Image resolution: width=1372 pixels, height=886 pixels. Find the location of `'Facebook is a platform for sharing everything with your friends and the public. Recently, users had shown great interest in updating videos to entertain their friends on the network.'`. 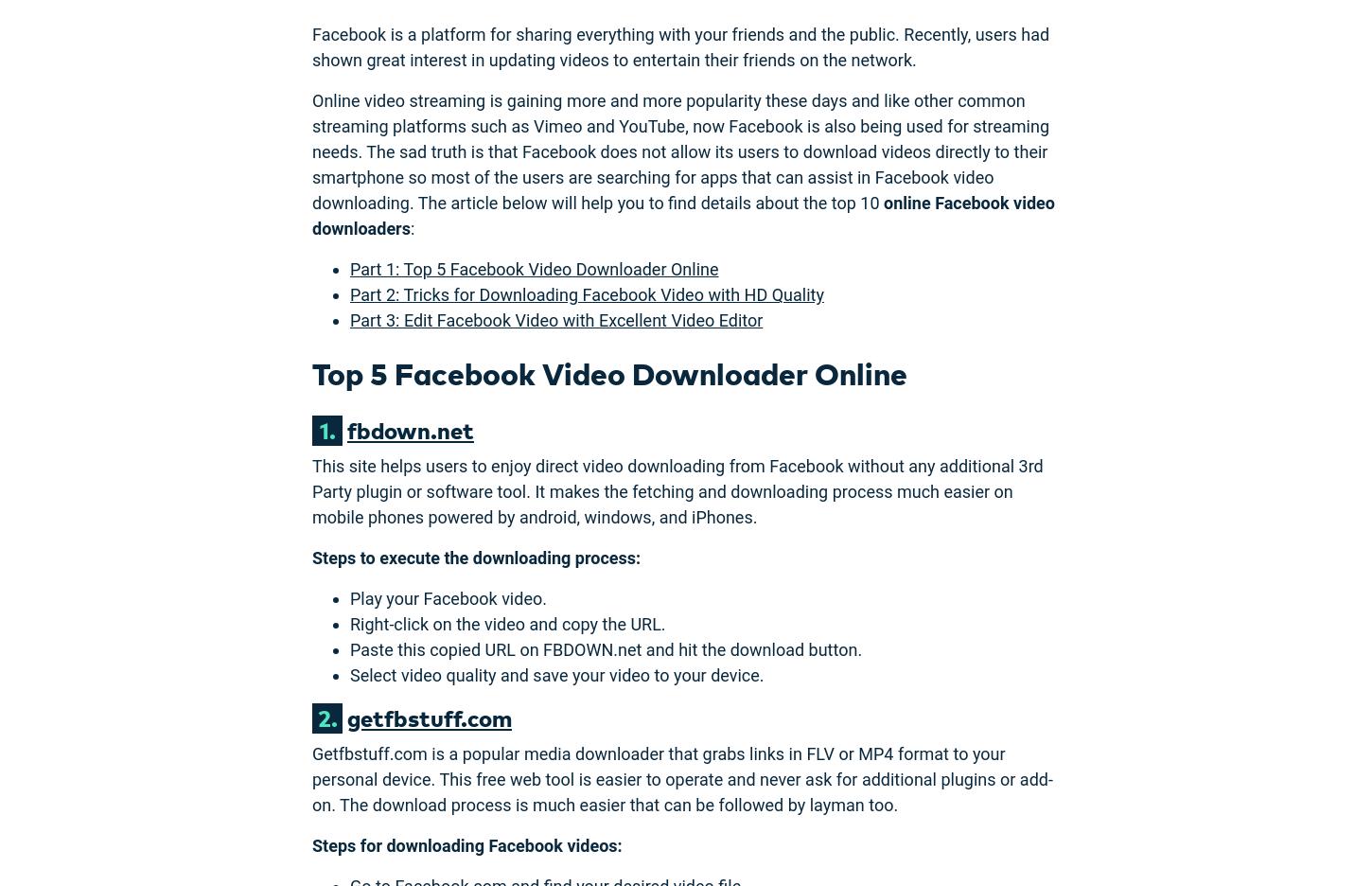

'Facebook is a platform for sharing everything with your friends and the public. Recently, users had shown great interest in updating videos to entertain their friends on the network.' is located at coordinates (679, 46).